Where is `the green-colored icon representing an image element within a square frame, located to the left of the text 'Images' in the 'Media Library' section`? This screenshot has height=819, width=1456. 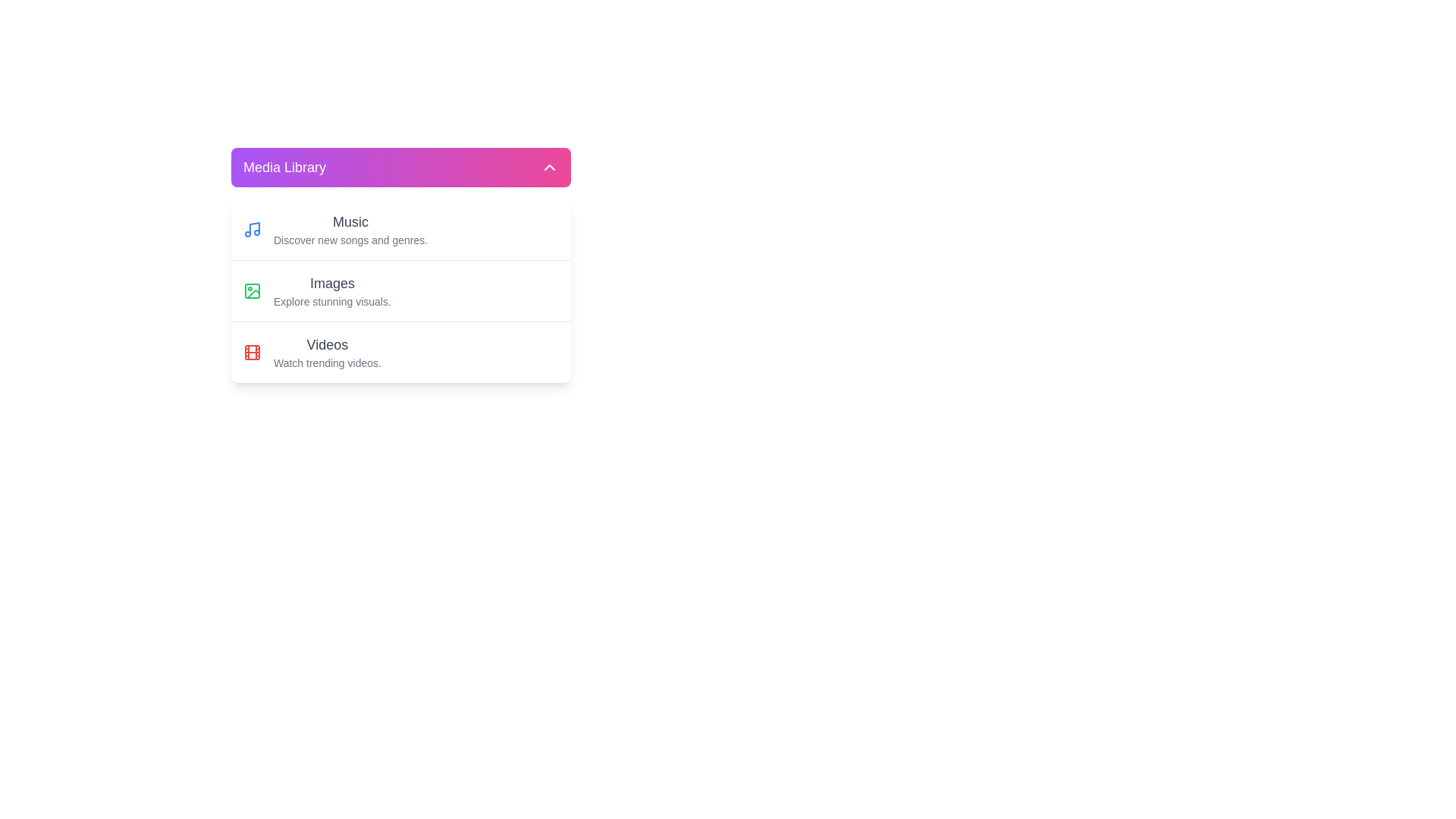 the green-colored icon representing an image element within a square frame, located to the left of the text 'Images' in the 'Media Library' section is located at coordinates (252, 291).